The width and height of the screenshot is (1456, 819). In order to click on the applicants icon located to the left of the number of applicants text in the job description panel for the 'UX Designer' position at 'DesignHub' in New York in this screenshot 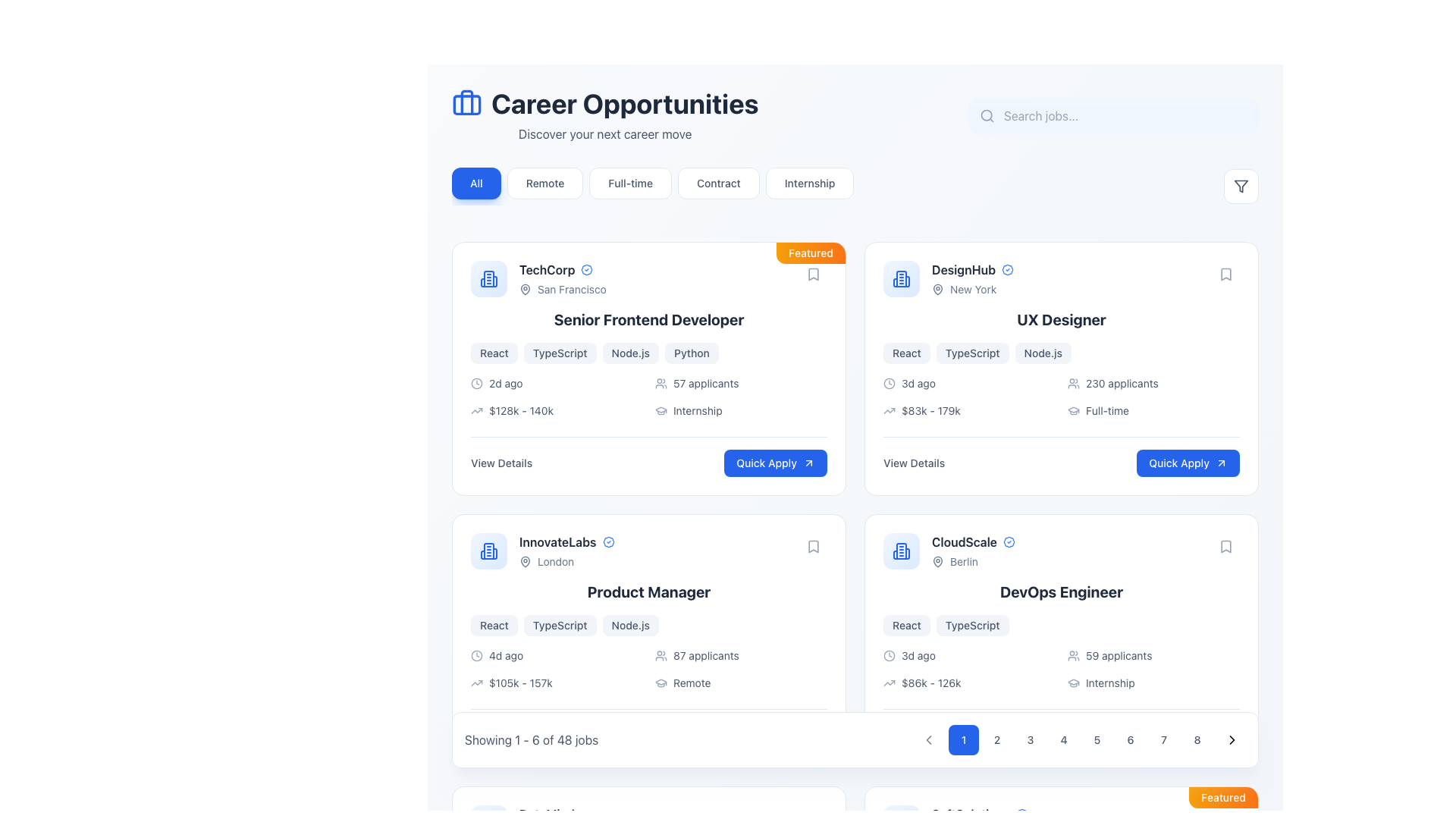, I will do `click(1073, 382)`.